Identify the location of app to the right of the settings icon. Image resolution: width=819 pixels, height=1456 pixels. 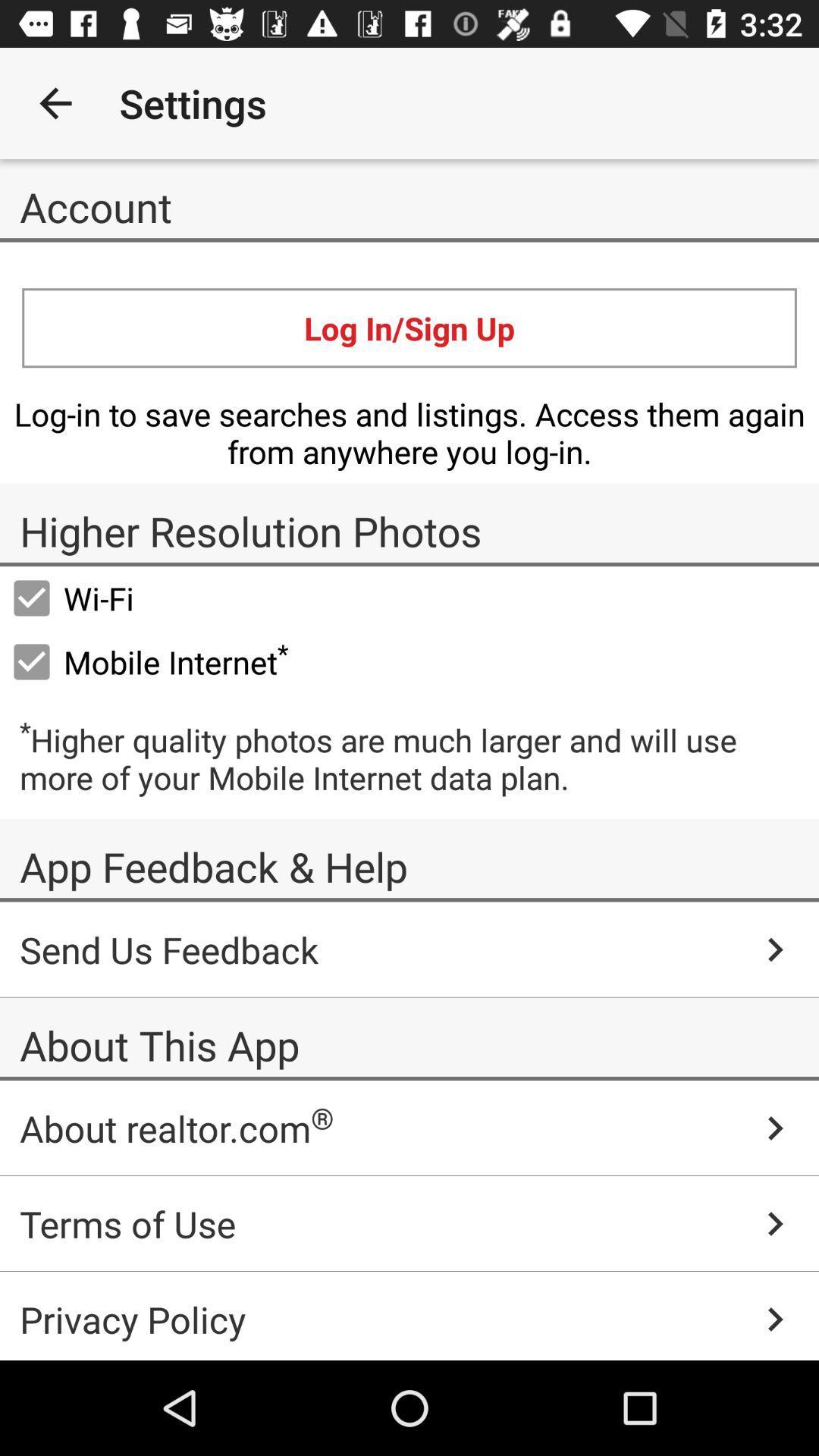
(639, 102).